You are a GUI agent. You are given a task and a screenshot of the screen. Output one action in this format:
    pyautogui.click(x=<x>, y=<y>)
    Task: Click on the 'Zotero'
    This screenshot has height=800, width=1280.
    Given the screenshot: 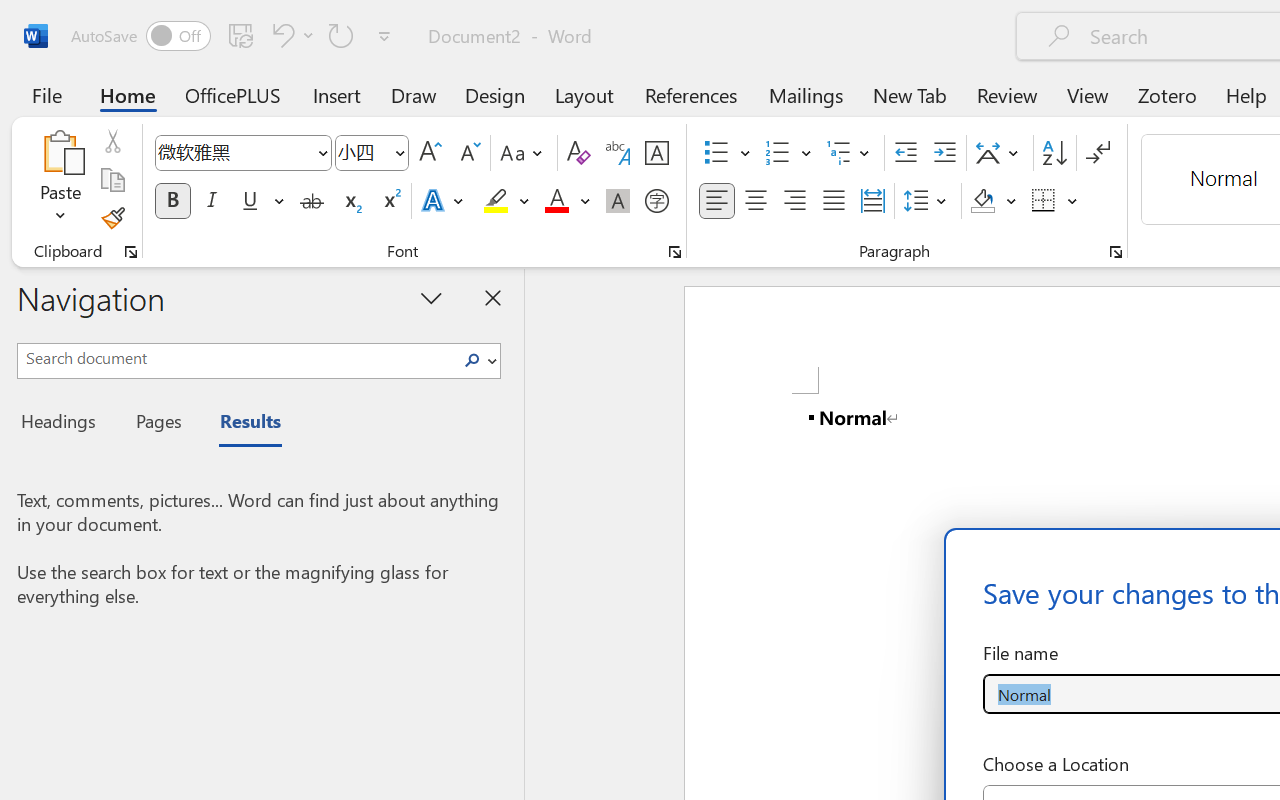 What is the action you would take?
    pyautogui.click(x=1167, y=94)
    